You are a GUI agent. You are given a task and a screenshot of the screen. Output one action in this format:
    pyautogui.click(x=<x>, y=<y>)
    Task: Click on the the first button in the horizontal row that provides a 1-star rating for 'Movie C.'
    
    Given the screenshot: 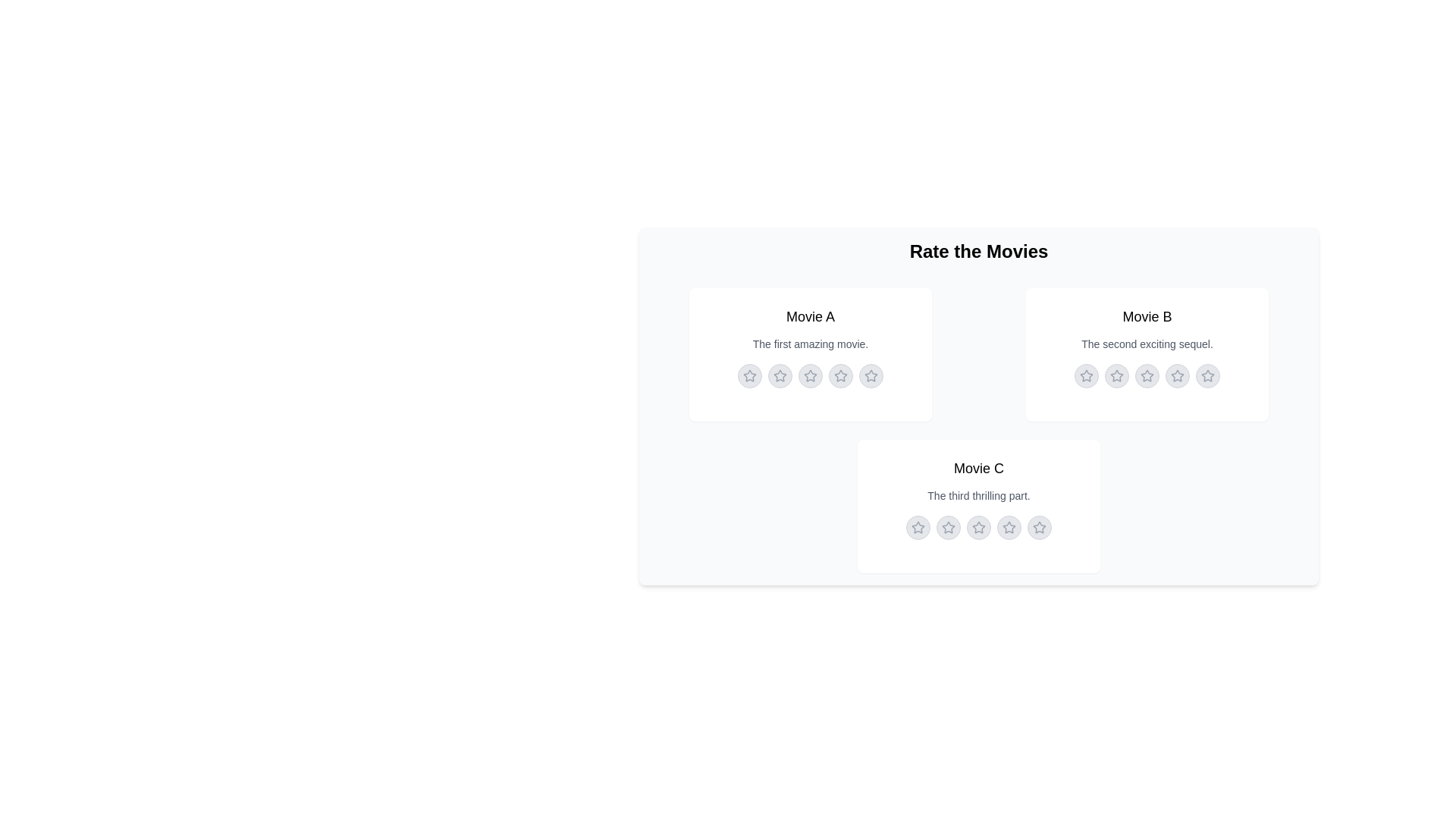 What is the action you would take?
    pyautogui.click(x=917, y=526)
    